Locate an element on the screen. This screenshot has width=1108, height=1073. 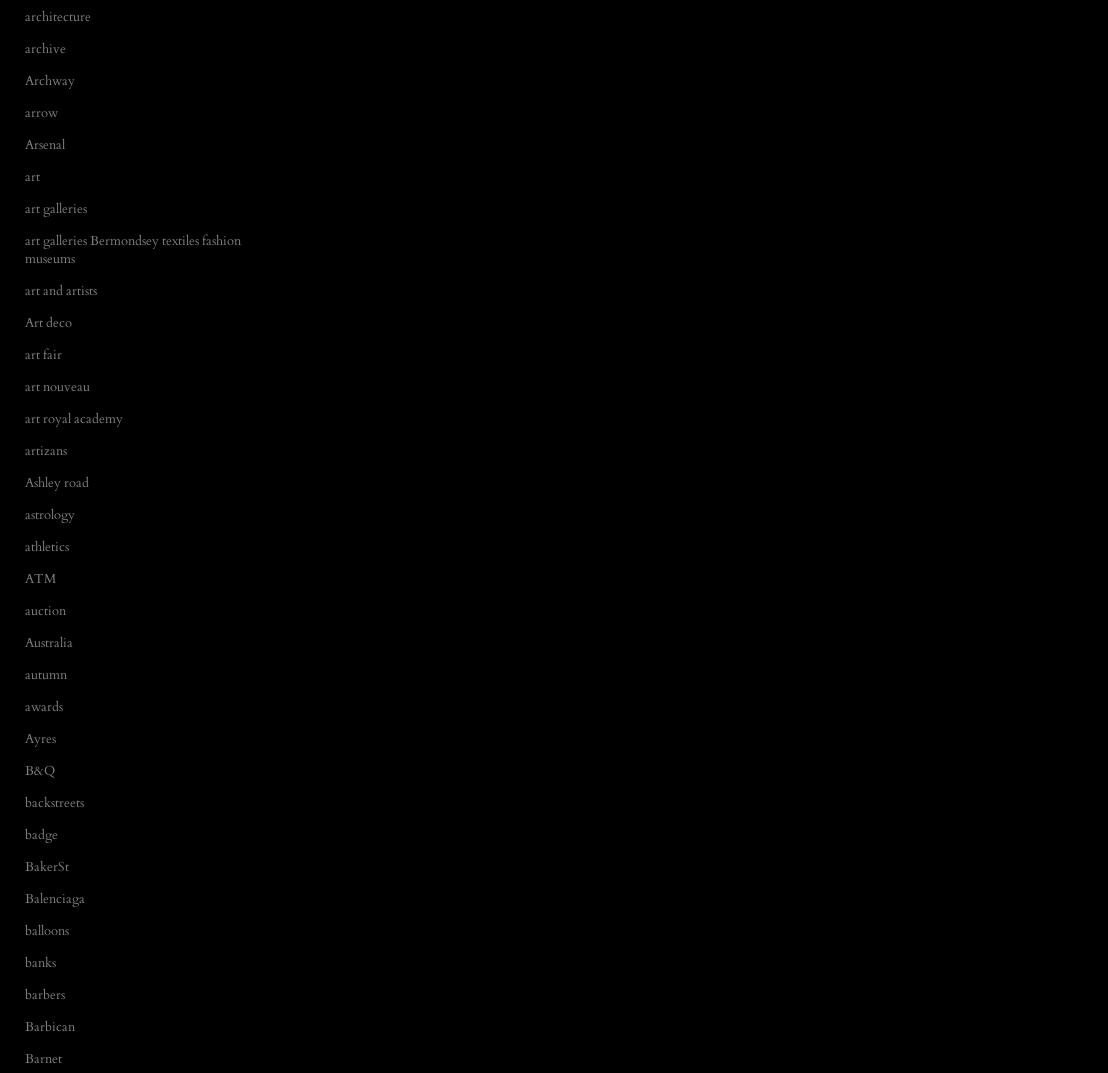
'banks' is located at coordinates (25, 961).